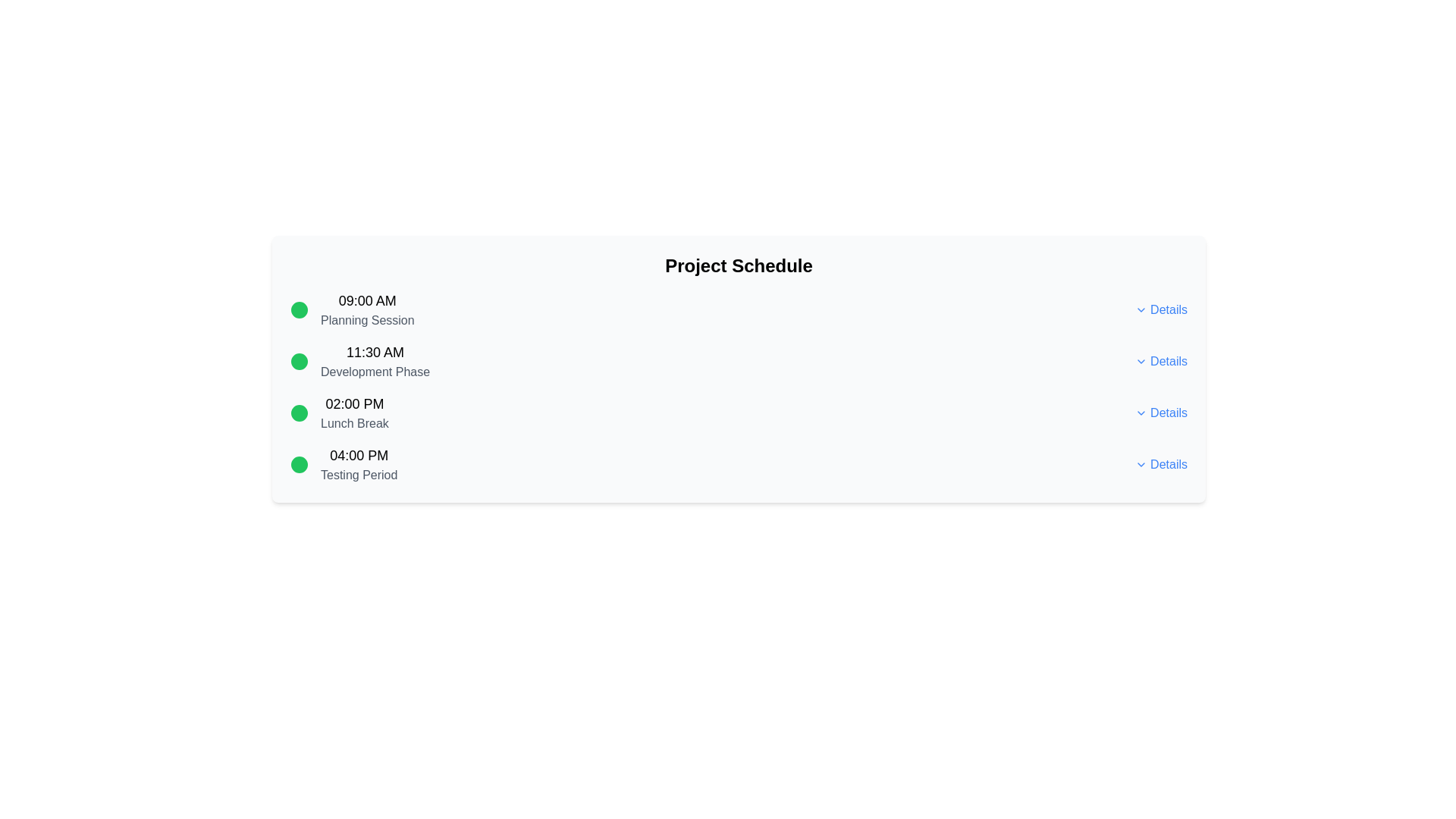 This screenshot has height=819, width=1456. I want to click on the temporal marker text indicating the scheduled time for the 'Testing Period' within the fourth timeline item in the 'Project Schedule' section, so click(358, 455).